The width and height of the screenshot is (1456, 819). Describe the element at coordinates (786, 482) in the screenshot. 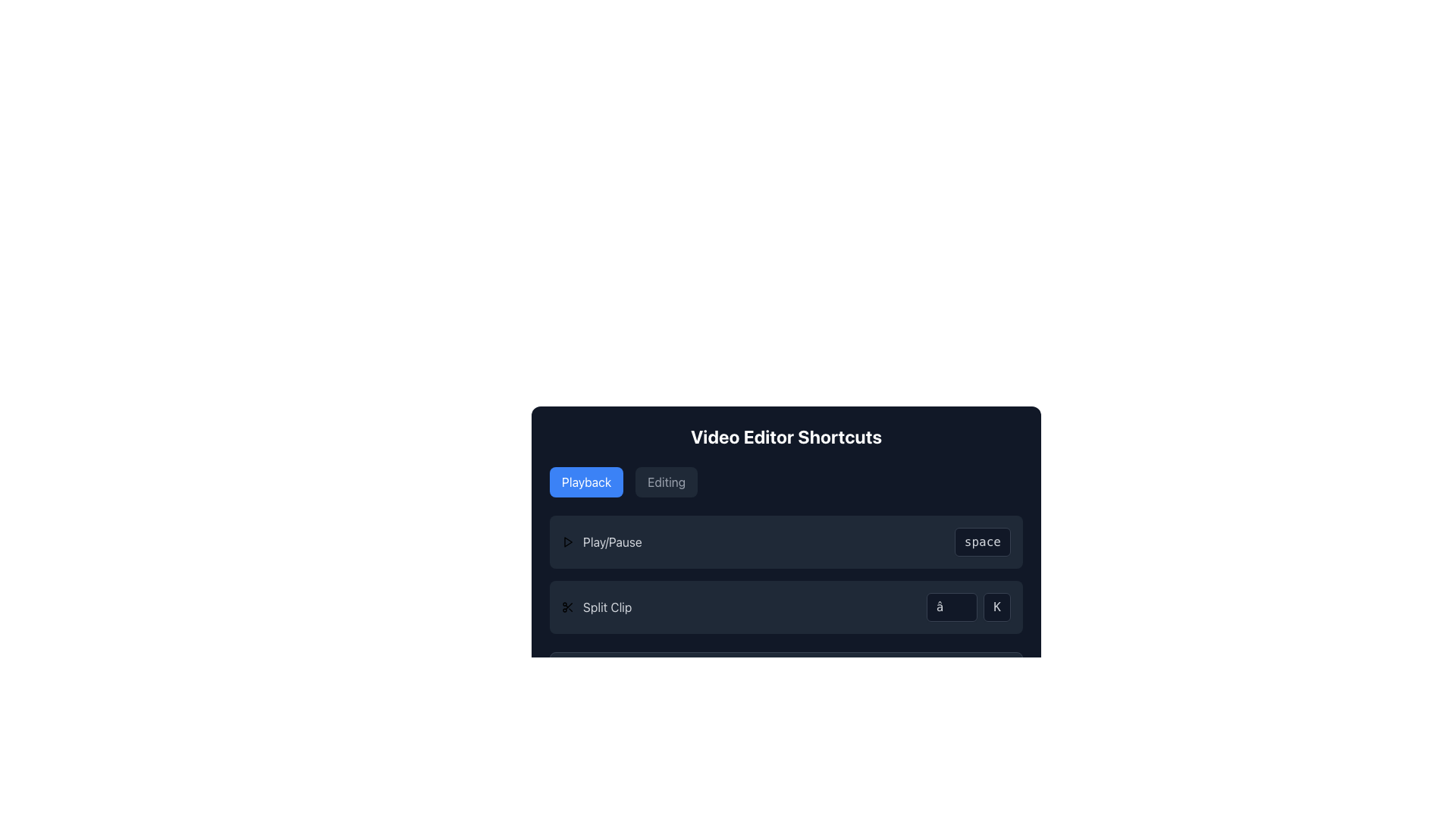

I see `the toggle button between 'Playback' and 'Editing' modes in the interactive buttons component located below the 'Video Editor Shortcuts' heading` at that location.